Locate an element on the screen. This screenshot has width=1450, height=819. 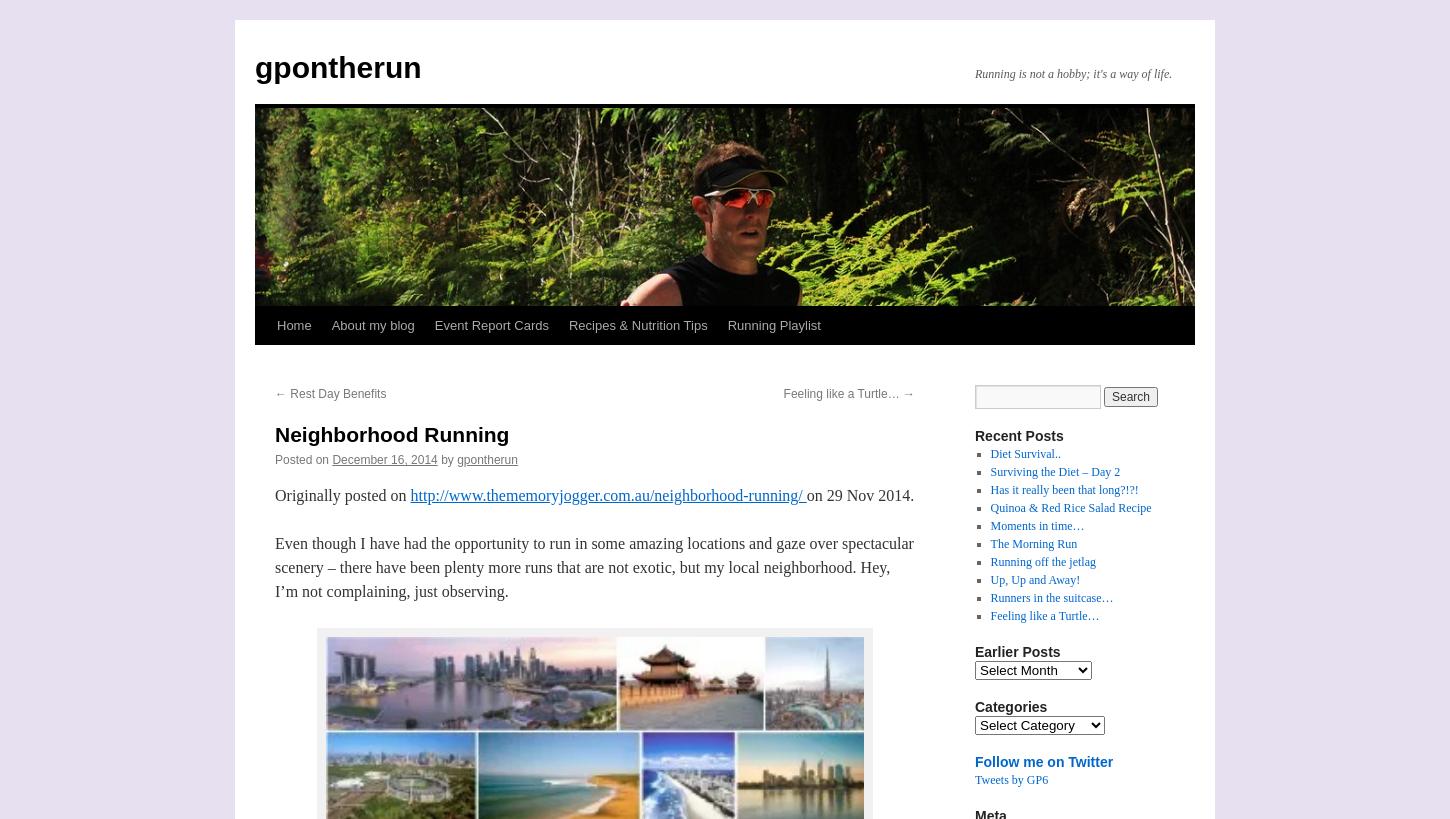
'Neighborhood Running' is located at coordinates (390, 434).